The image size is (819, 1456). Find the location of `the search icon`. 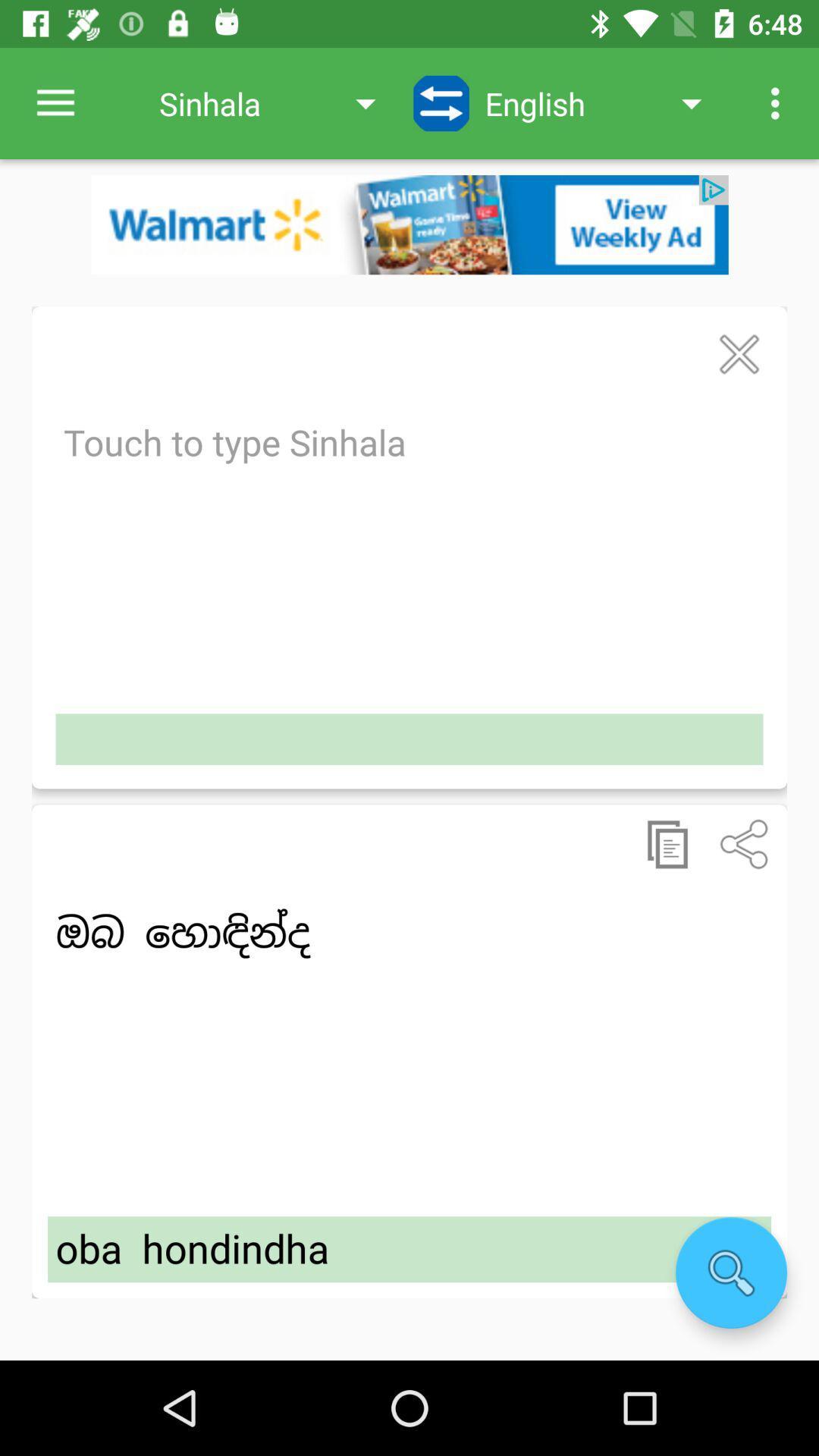

the search icon is located at coordinates (730, 1272).